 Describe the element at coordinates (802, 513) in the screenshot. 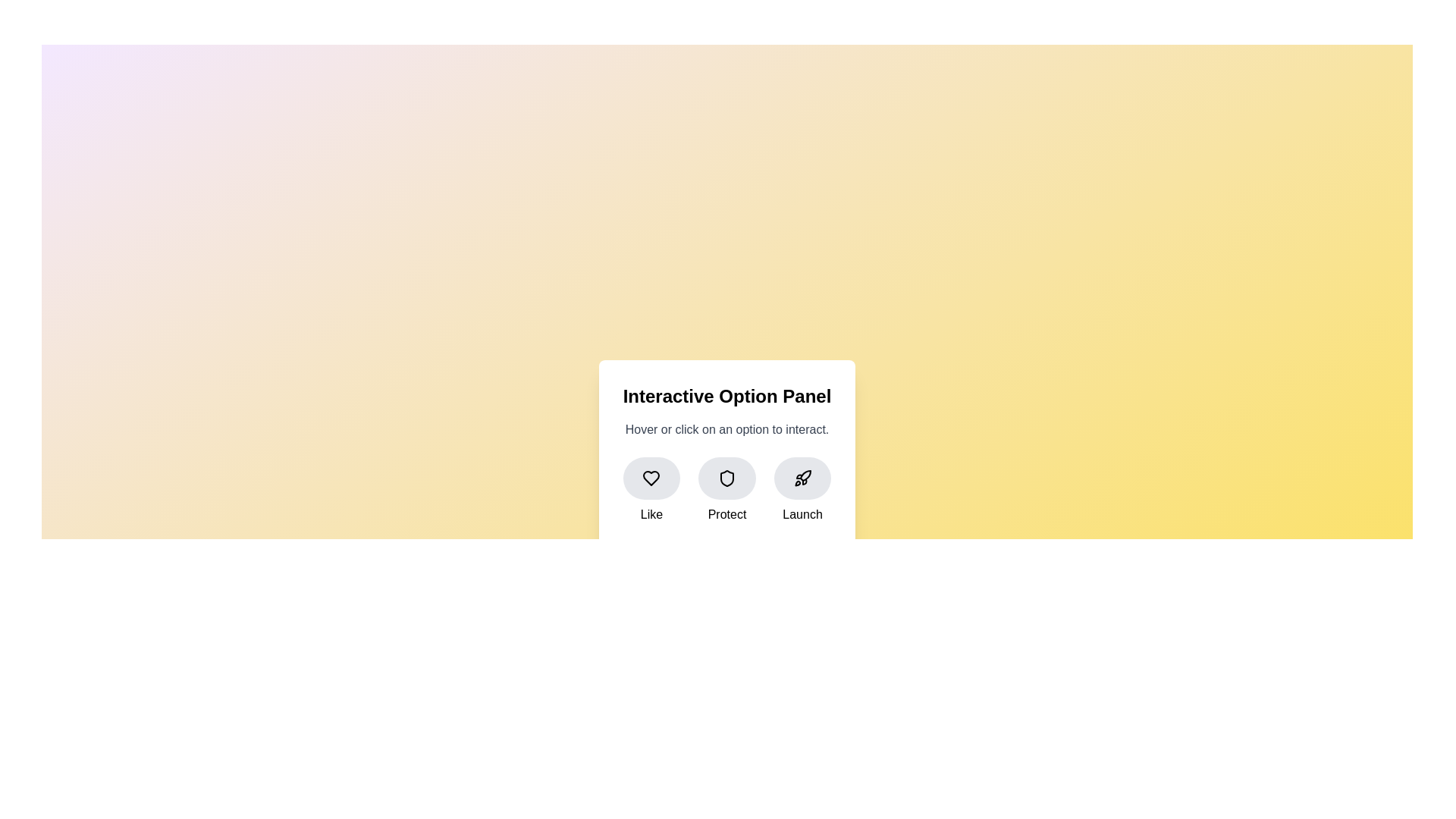

I see `the text label that serves as a description for the associated rocket icon, which is the third element among three horizontally aligned buttons, located to the far right next to the 'Protect' option` at that location.